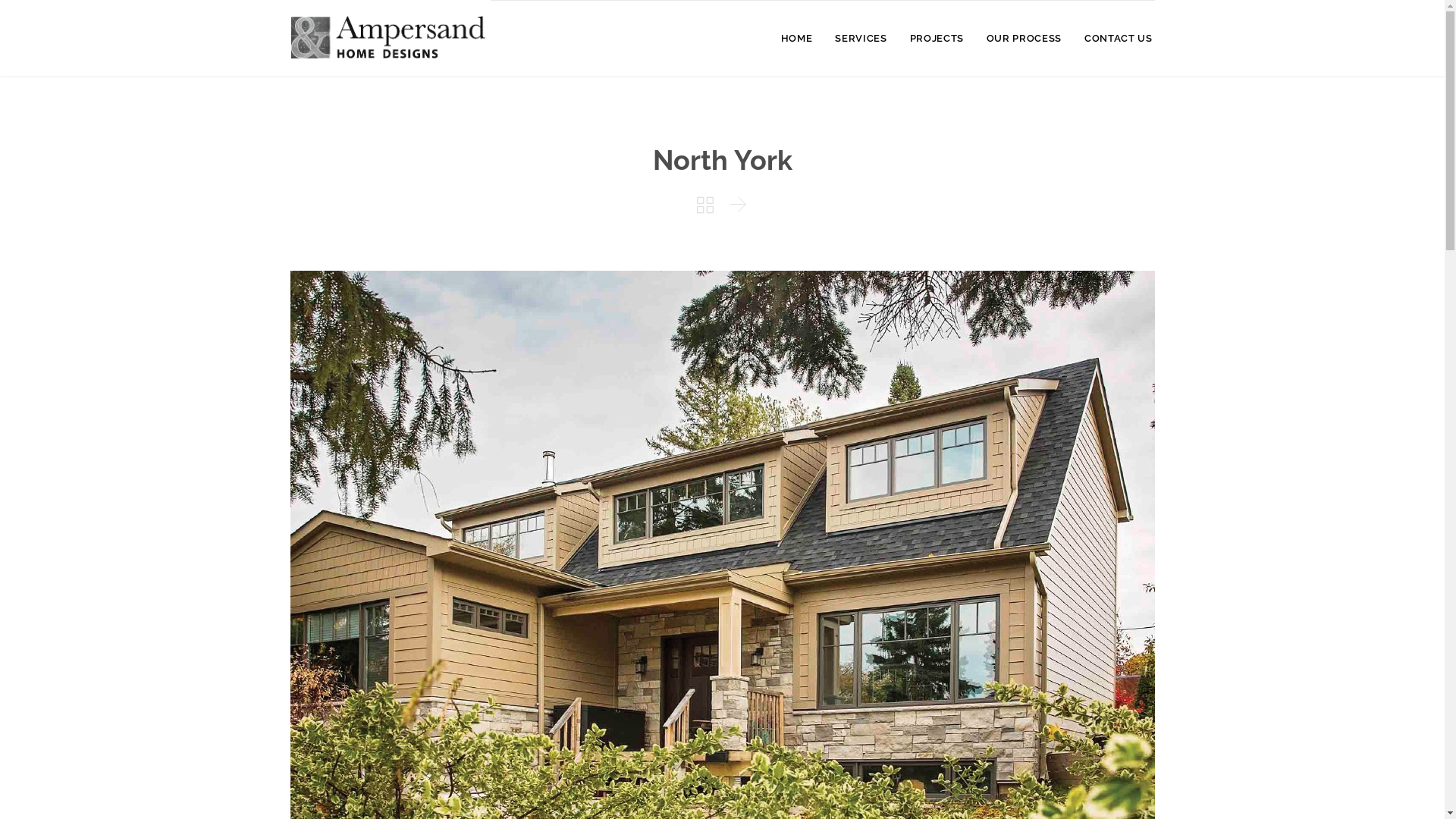  Describe the element at coordinates (781, 39) in the screenshot. I see `'HOME'` at that location.